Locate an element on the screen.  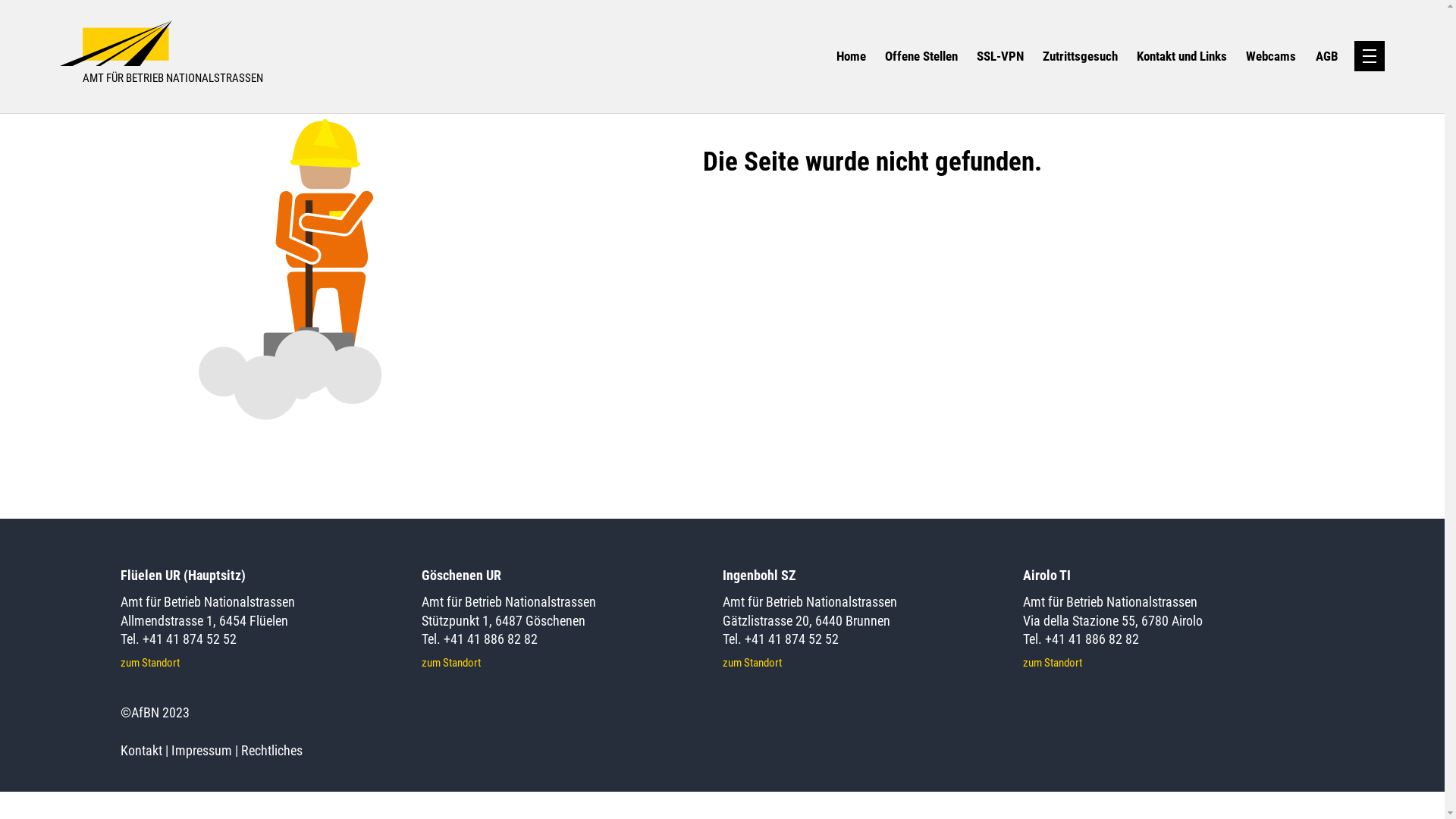
'Rechtliches' is located at coordinates (271, 751).